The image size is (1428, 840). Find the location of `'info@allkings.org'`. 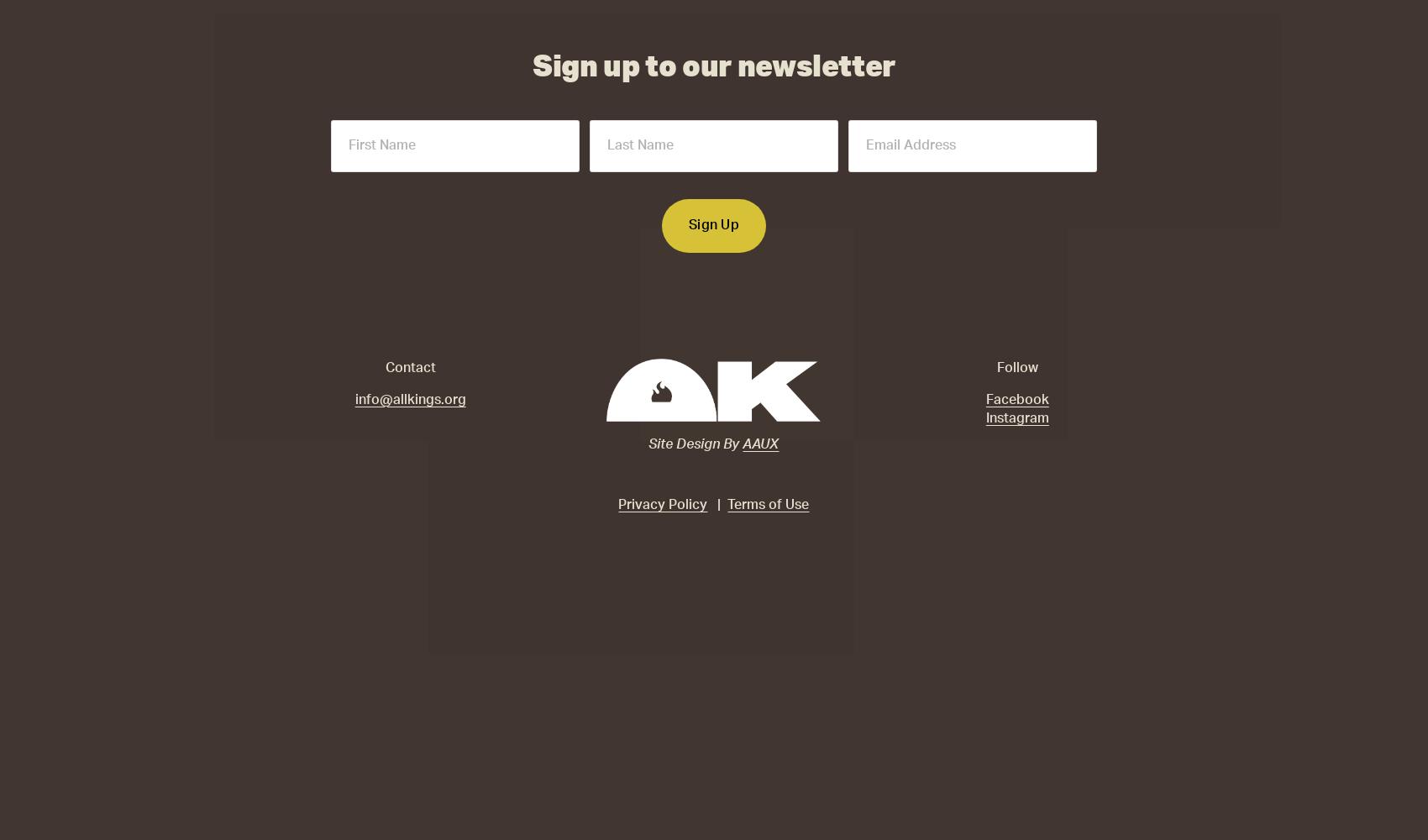

'info@allkings.org' is located at coordinates (410, 398).